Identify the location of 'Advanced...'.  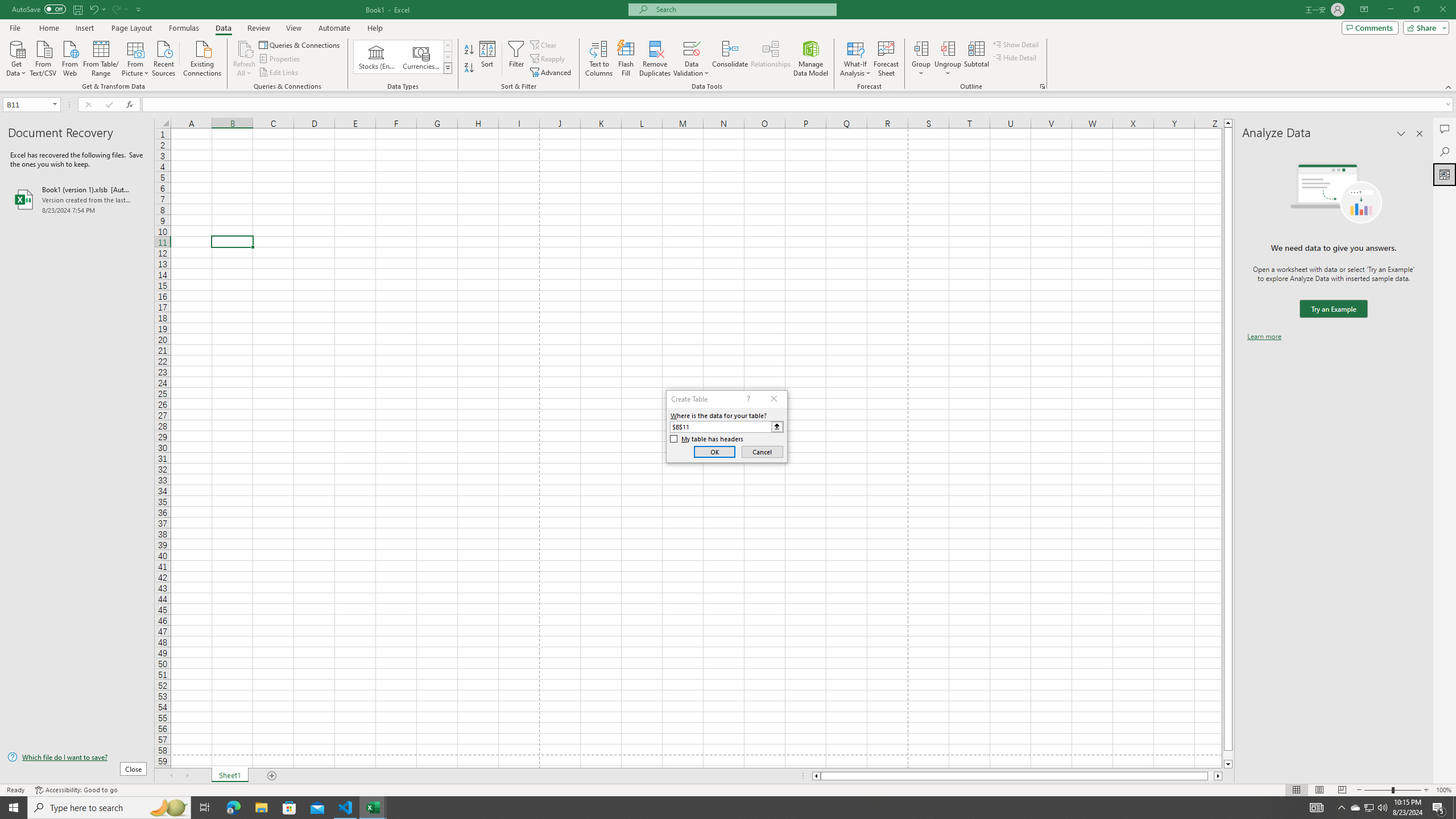
(552, 72).